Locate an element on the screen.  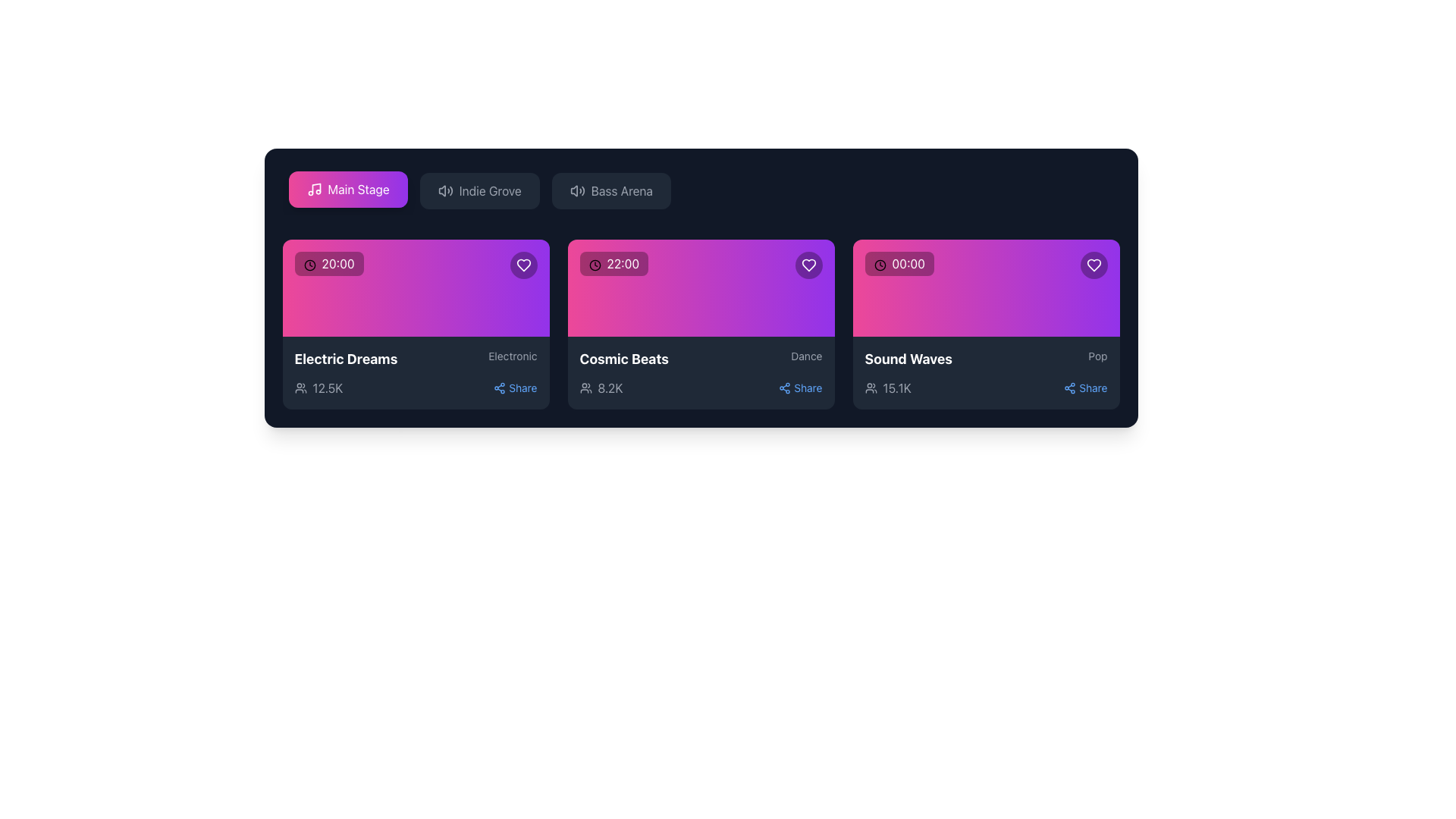
the sharing icon located to the left of the 'Share' text at the bottom of the 'Electric Dreams' card is located at coordinates (500, 388).